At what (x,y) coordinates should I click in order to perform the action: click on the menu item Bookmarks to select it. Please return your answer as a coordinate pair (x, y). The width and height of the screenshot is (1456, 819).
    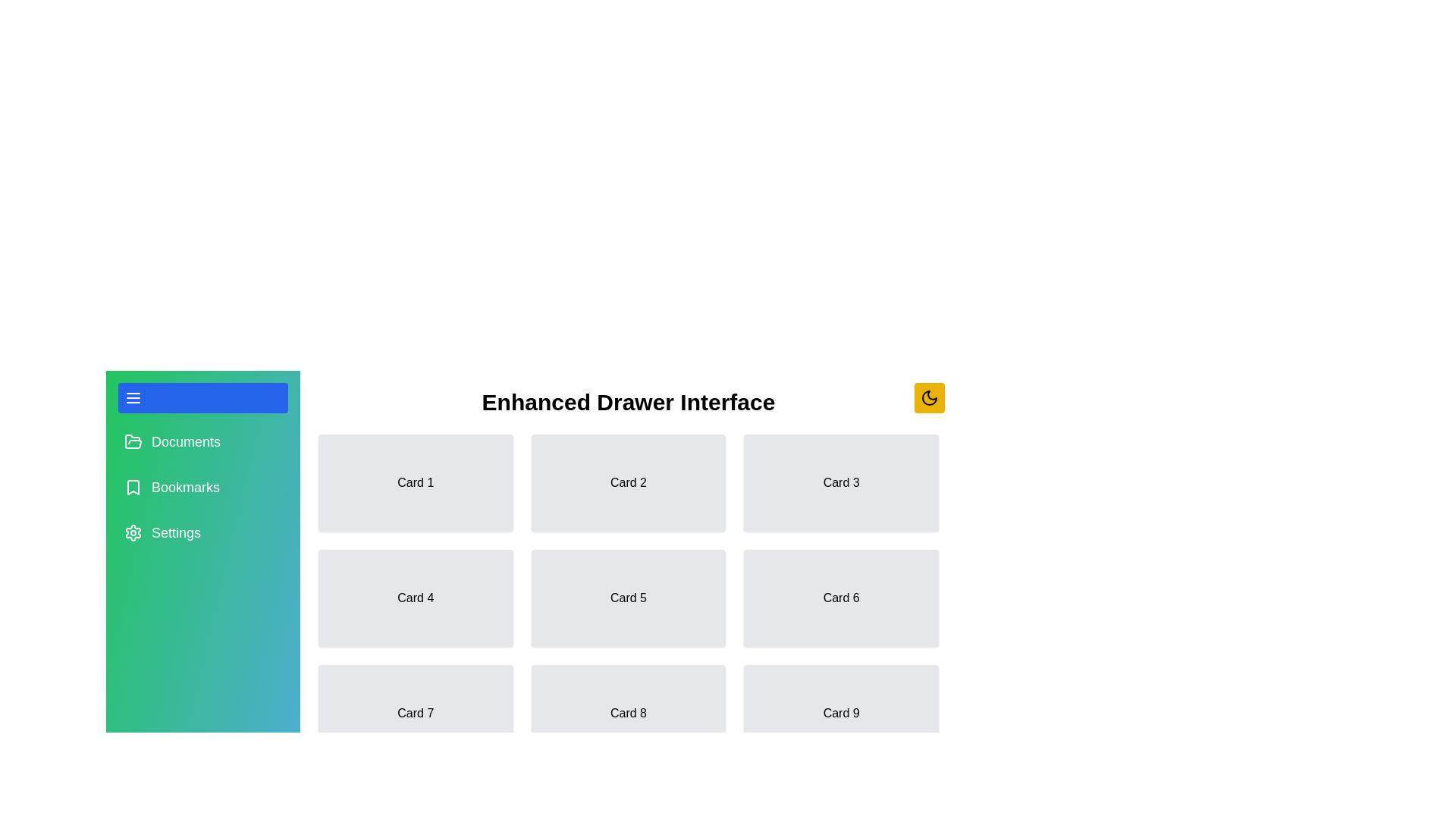
    Looking at the image, I should click on (202, 488).